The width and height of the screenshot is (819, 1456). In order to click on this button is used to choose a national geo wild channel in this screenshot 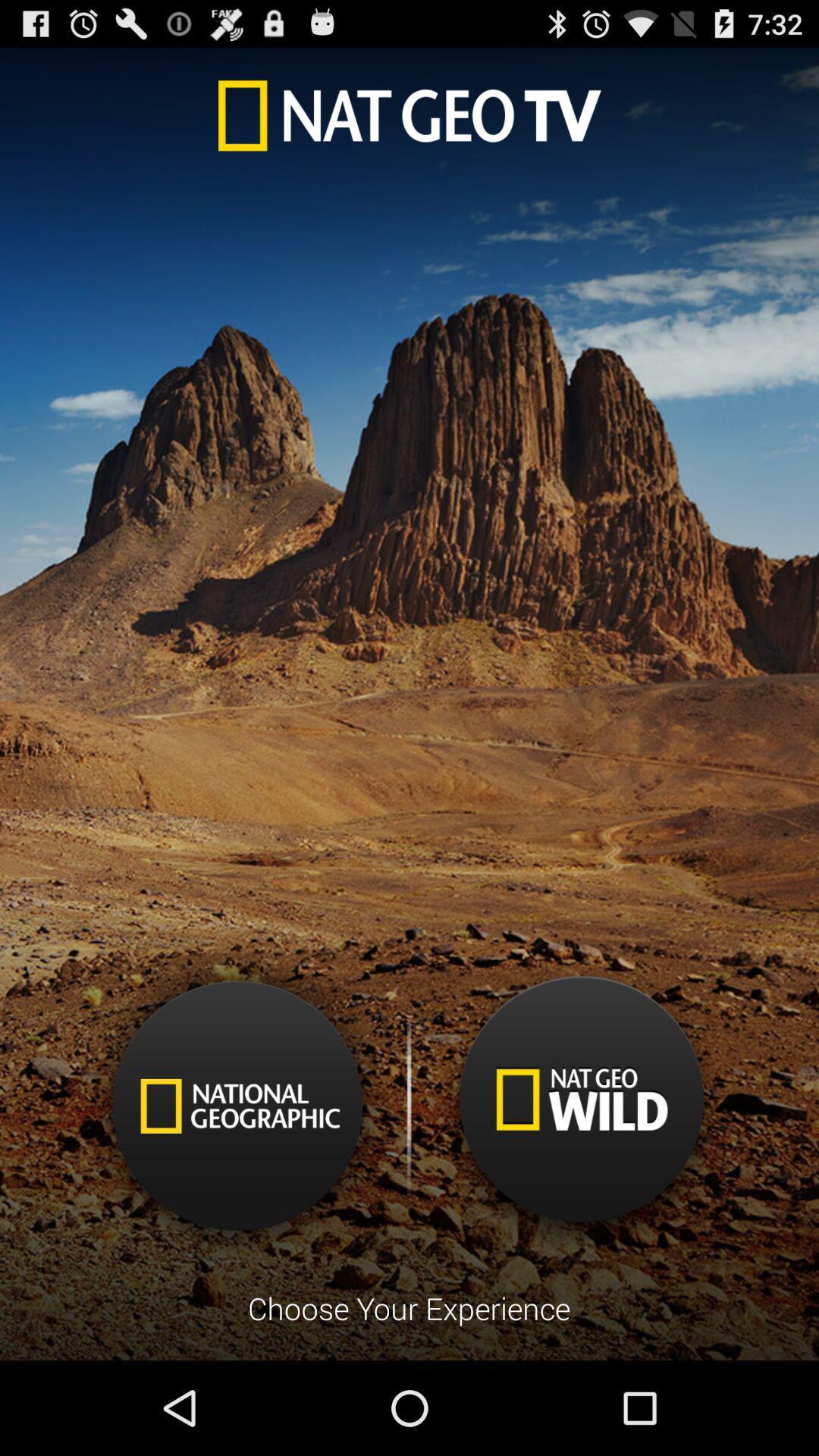, I will do `click(580, 1111)`.